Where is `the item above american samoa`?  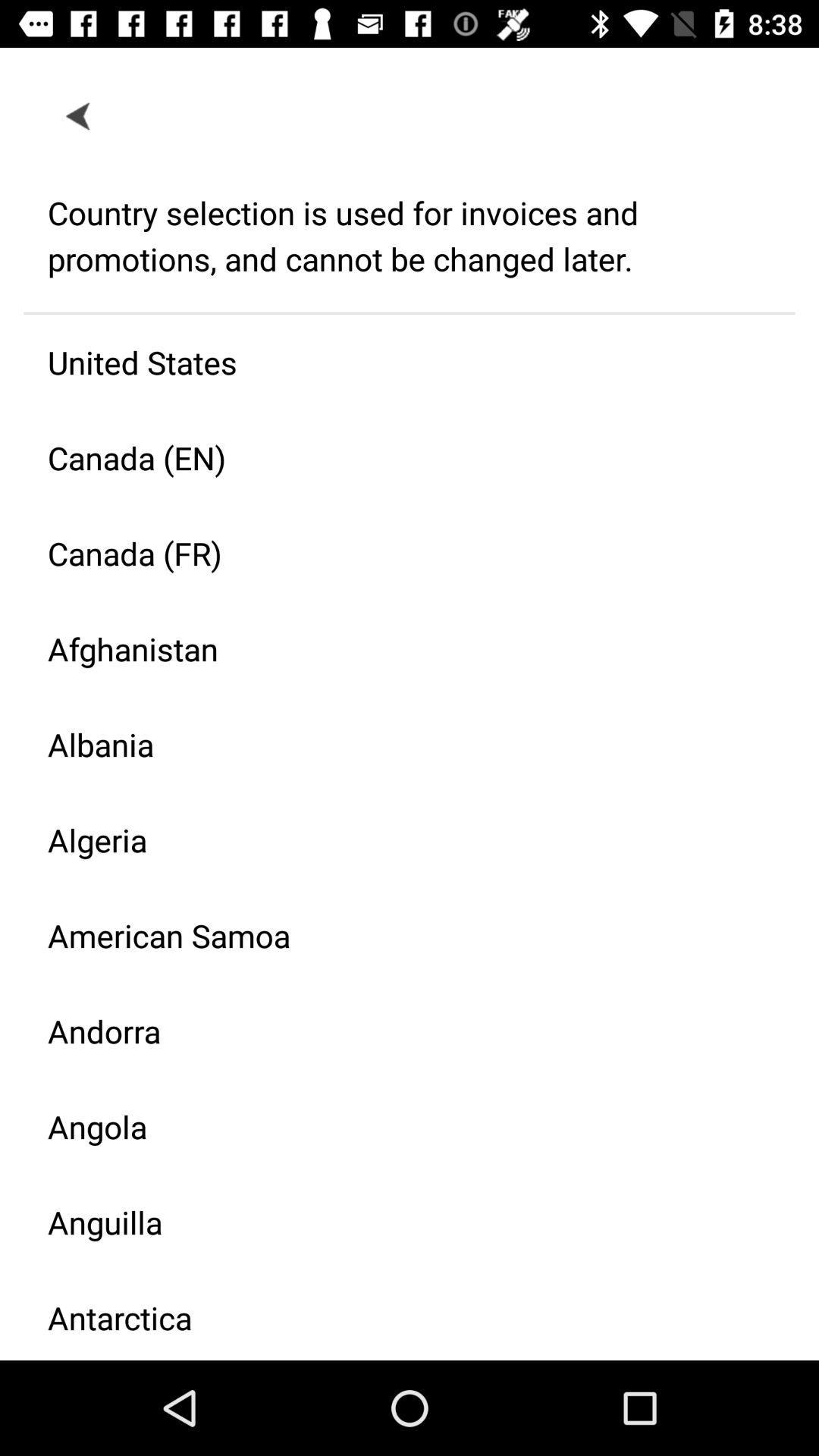
the item above american samoa is located at coordinates (397, 839).